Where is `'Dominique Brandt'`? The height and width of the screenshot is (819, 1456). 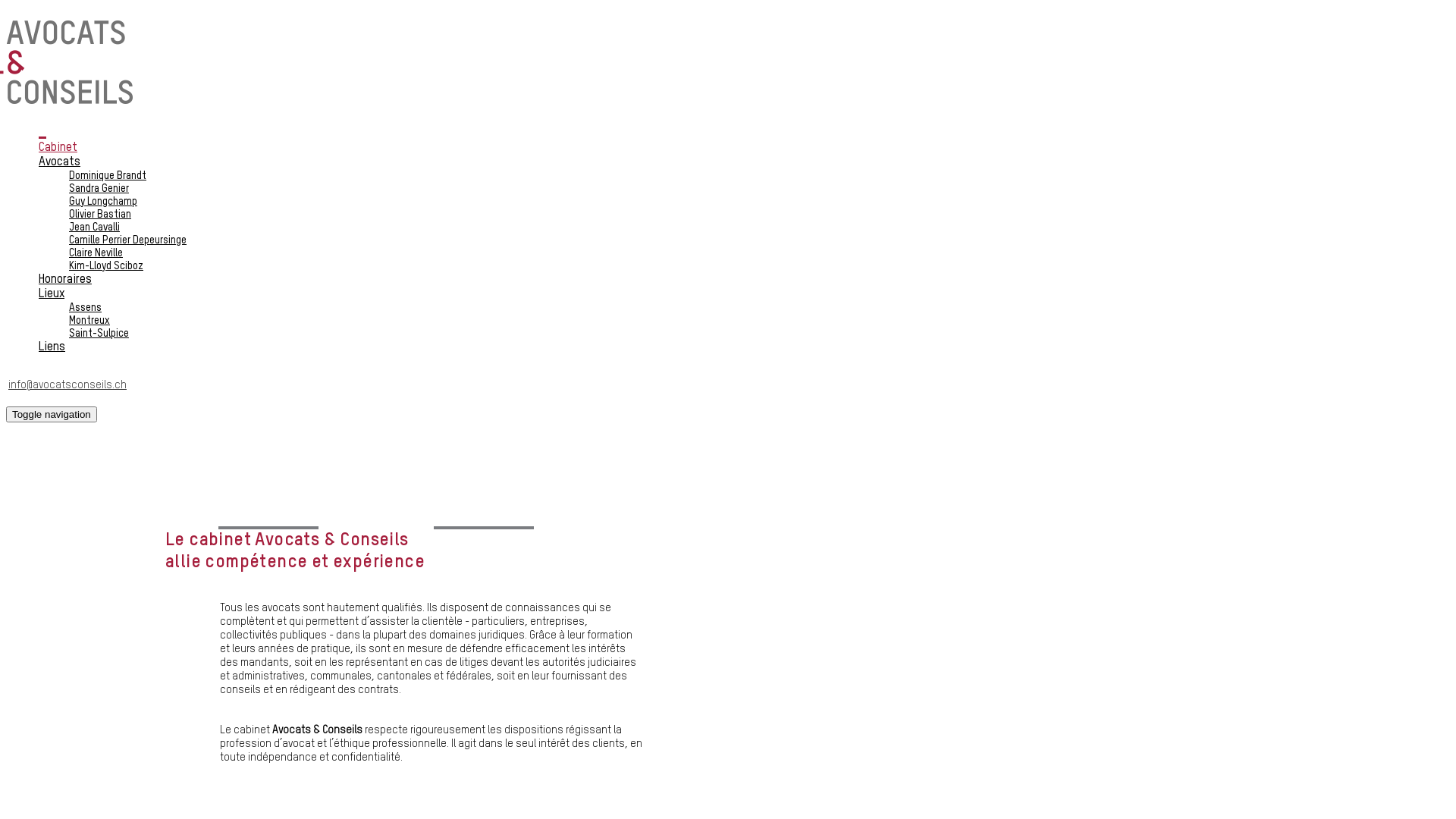
'Dominique Brandt' is located at coordinates (107, 174).